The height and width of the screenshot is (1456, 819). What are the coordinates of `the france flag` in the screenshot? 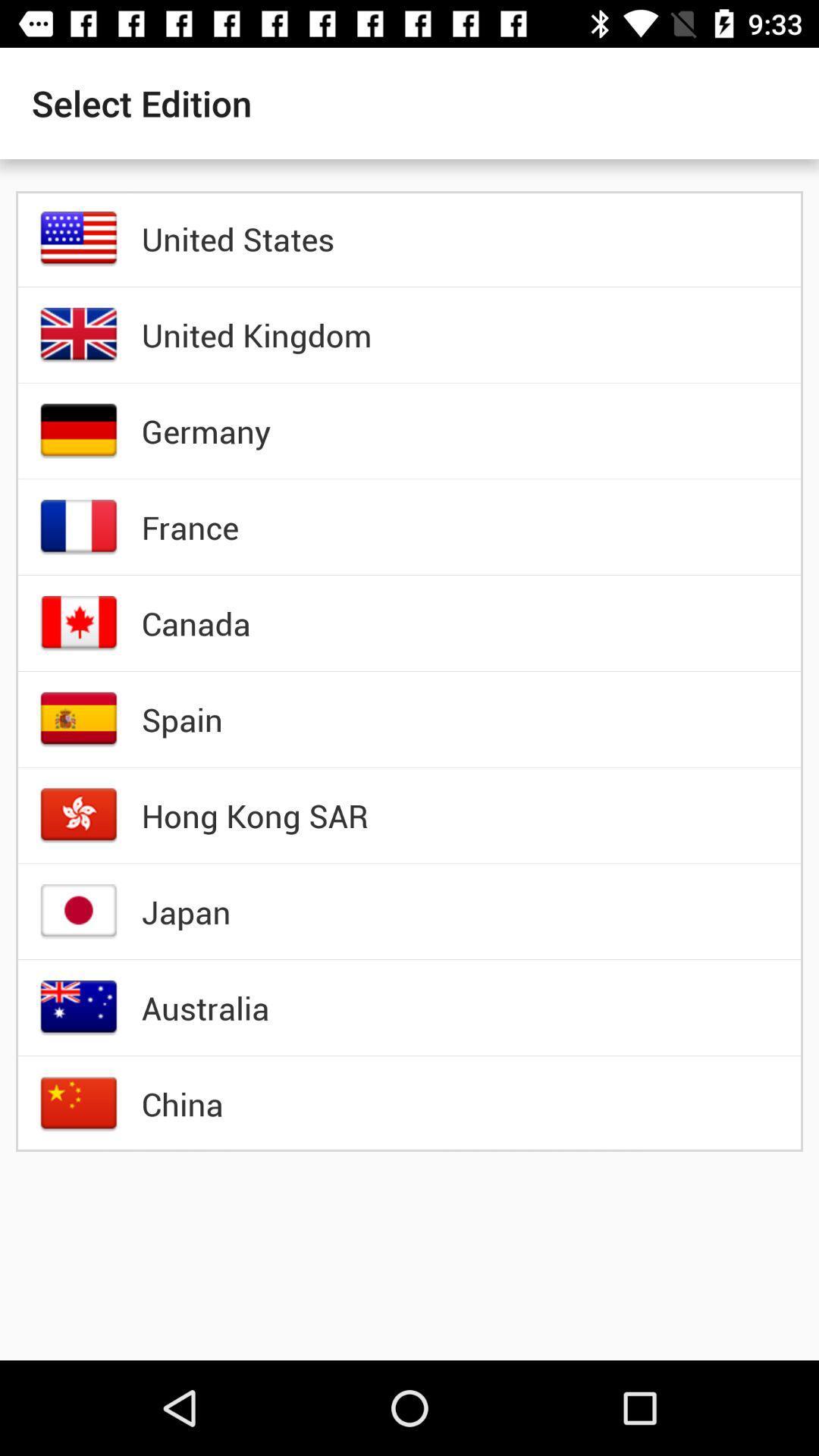 It's located at (79, 527).